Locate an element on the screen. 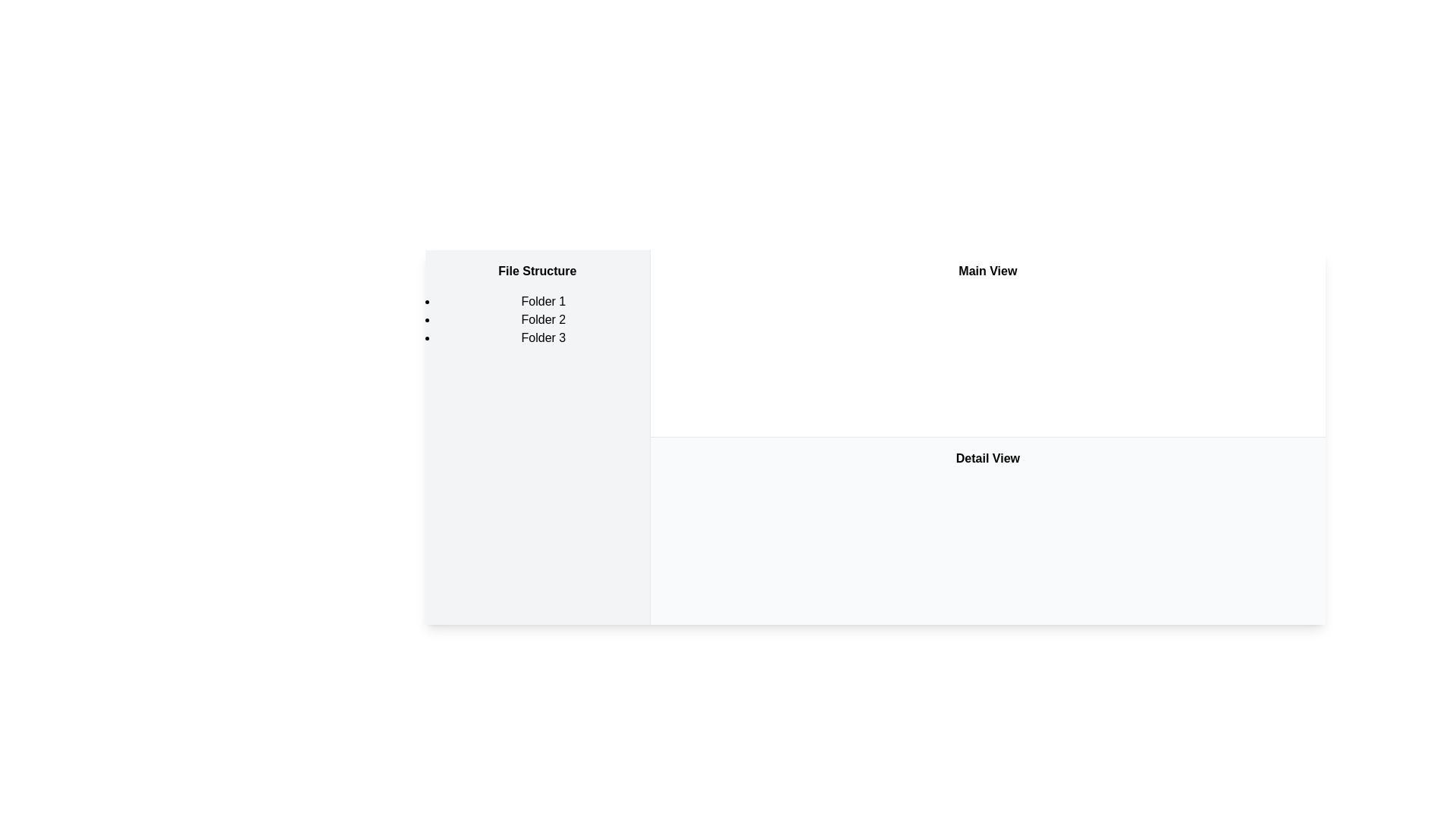 The image size is (1456, 819). individual list items in the unordered list located in the left panel under the 'File Structure' heading is located at coordinates (543, 318).